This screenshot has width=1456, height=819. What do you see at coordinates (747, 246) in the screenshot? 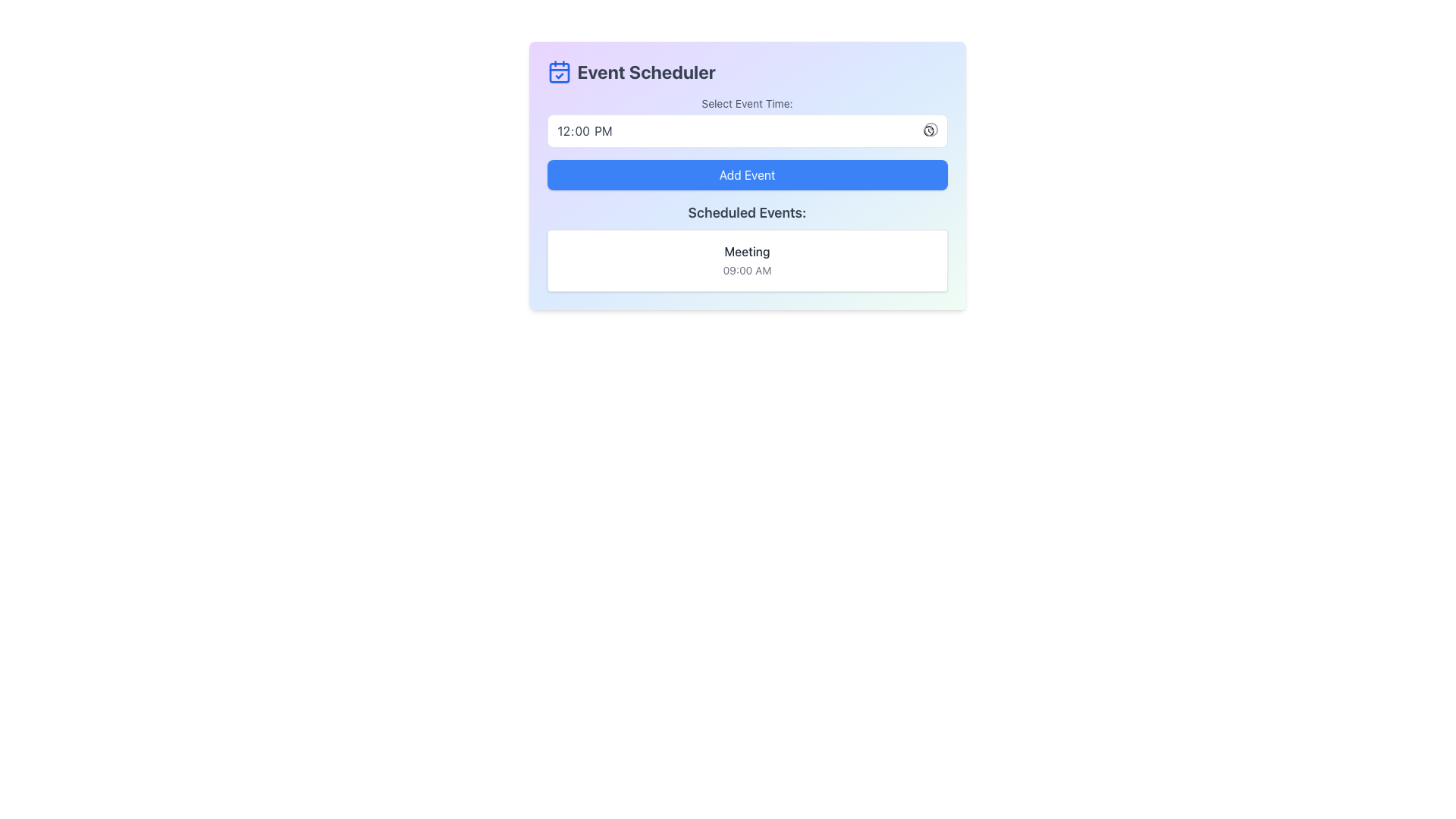
I see `the informational text display that lists scheduled events, positioned below the header 'Scheduled Events:' and above the text 'Meeting' and '09:00 AM.'` at bounding box center [747, 246].